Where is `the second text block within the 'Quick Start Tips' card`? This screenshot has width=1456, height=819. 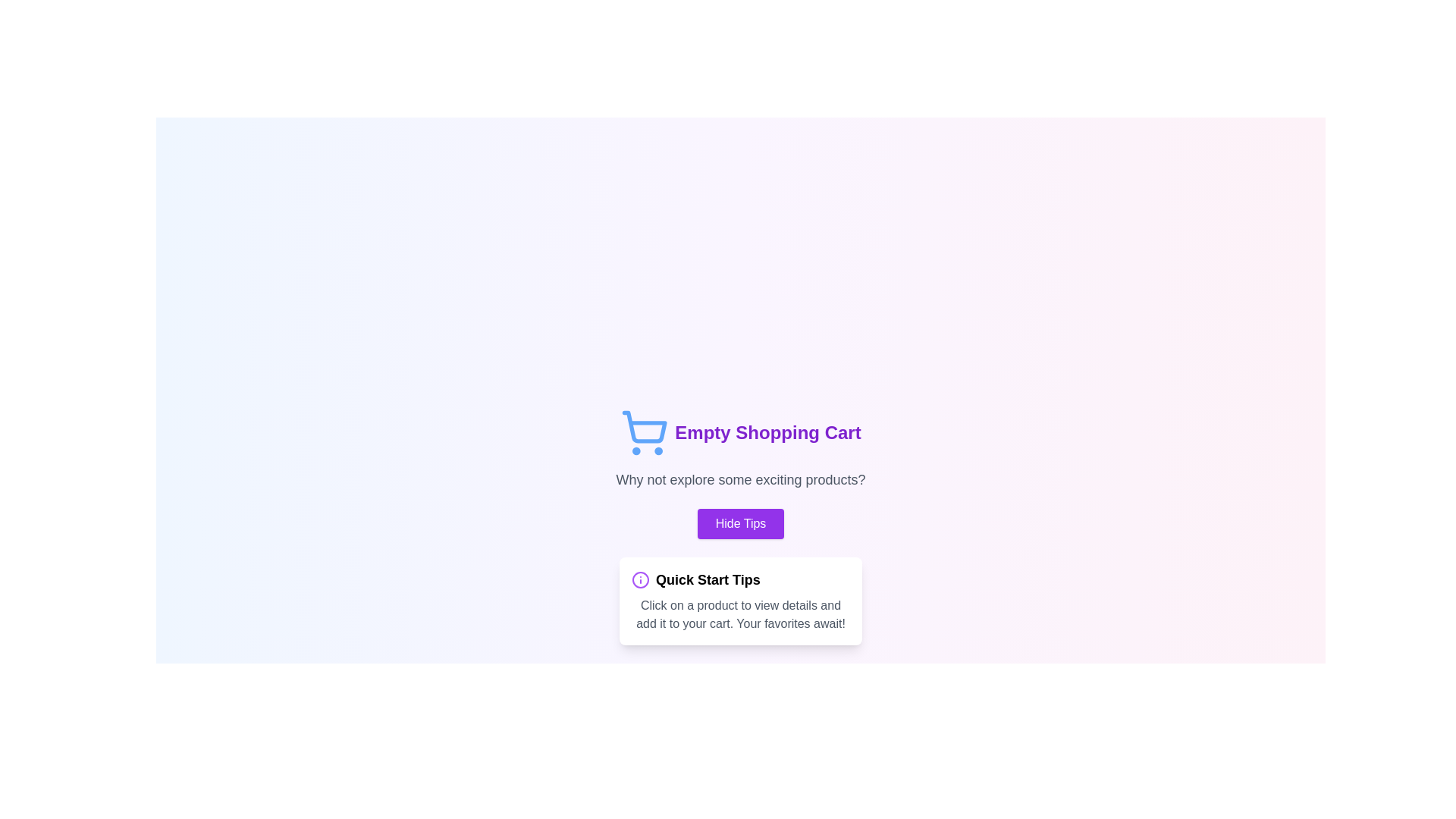 the second text block within the 'Quick Start Tips' card is located at coordinates (741, 614).